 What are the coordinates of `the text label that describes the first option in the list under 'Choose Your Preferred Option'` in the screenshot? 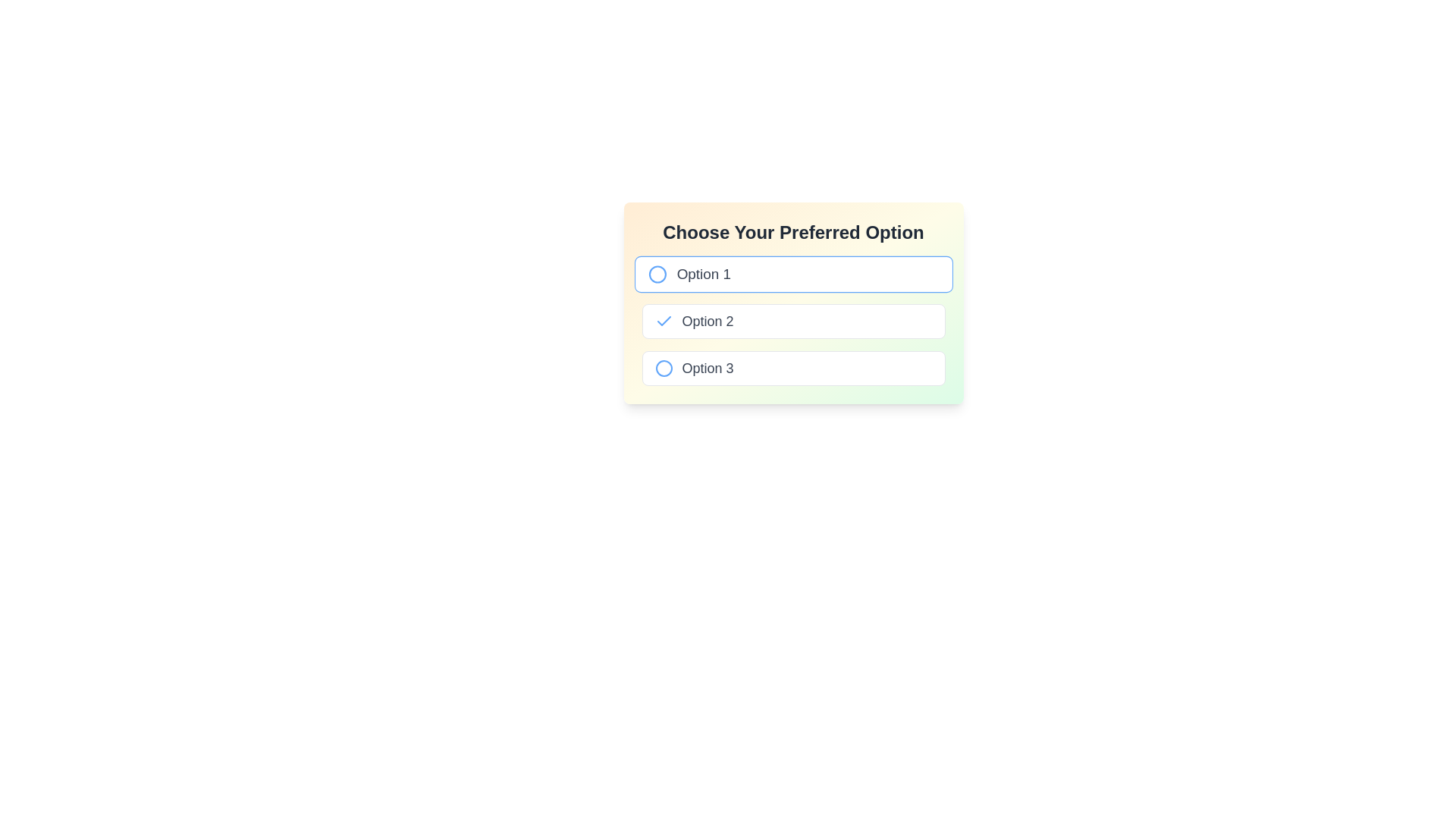 It's located at (702, 275).